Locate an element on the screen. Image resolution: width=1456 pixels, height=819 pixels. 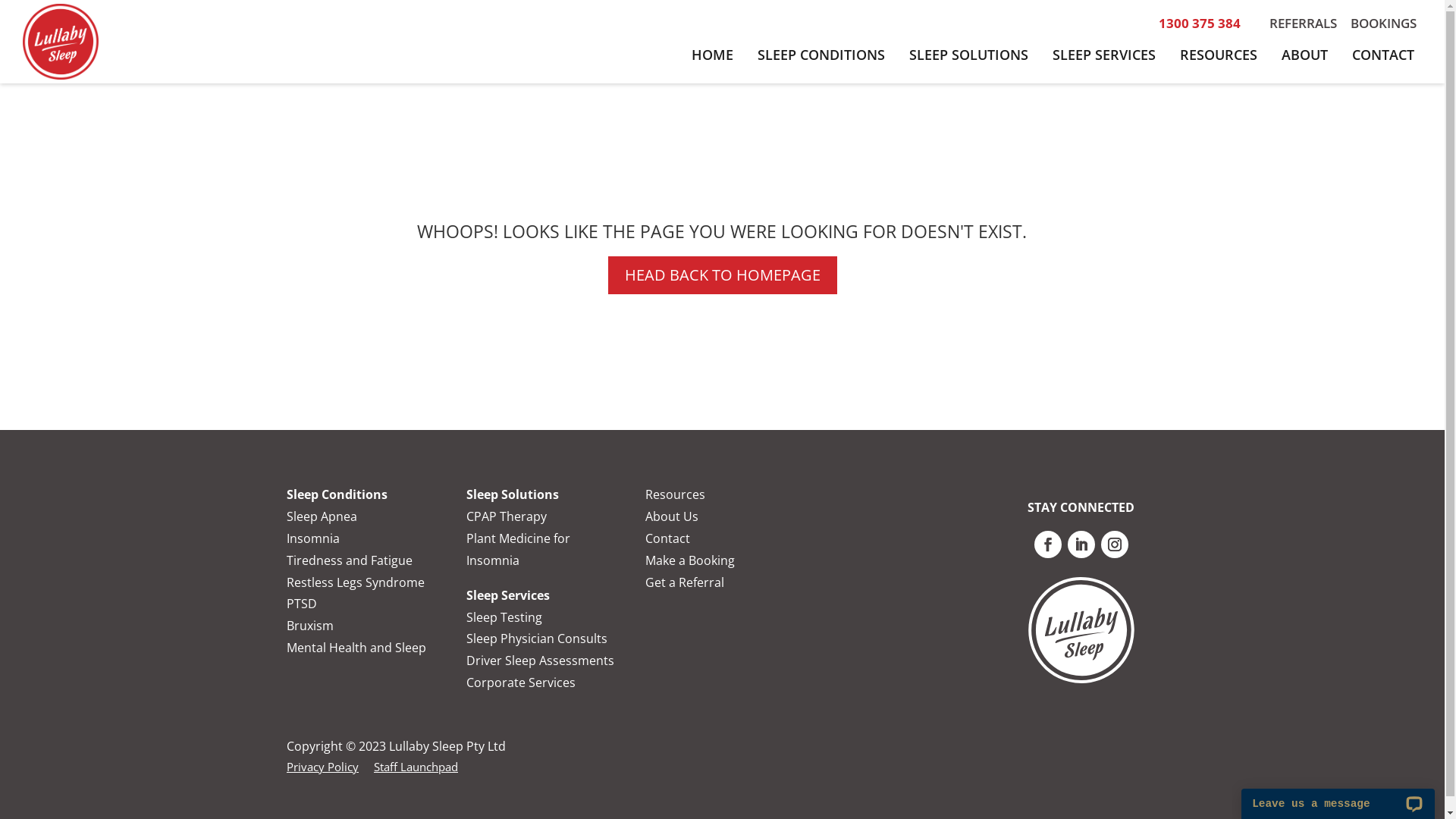
'ABOUT' is located at coordinates (1304, 54).